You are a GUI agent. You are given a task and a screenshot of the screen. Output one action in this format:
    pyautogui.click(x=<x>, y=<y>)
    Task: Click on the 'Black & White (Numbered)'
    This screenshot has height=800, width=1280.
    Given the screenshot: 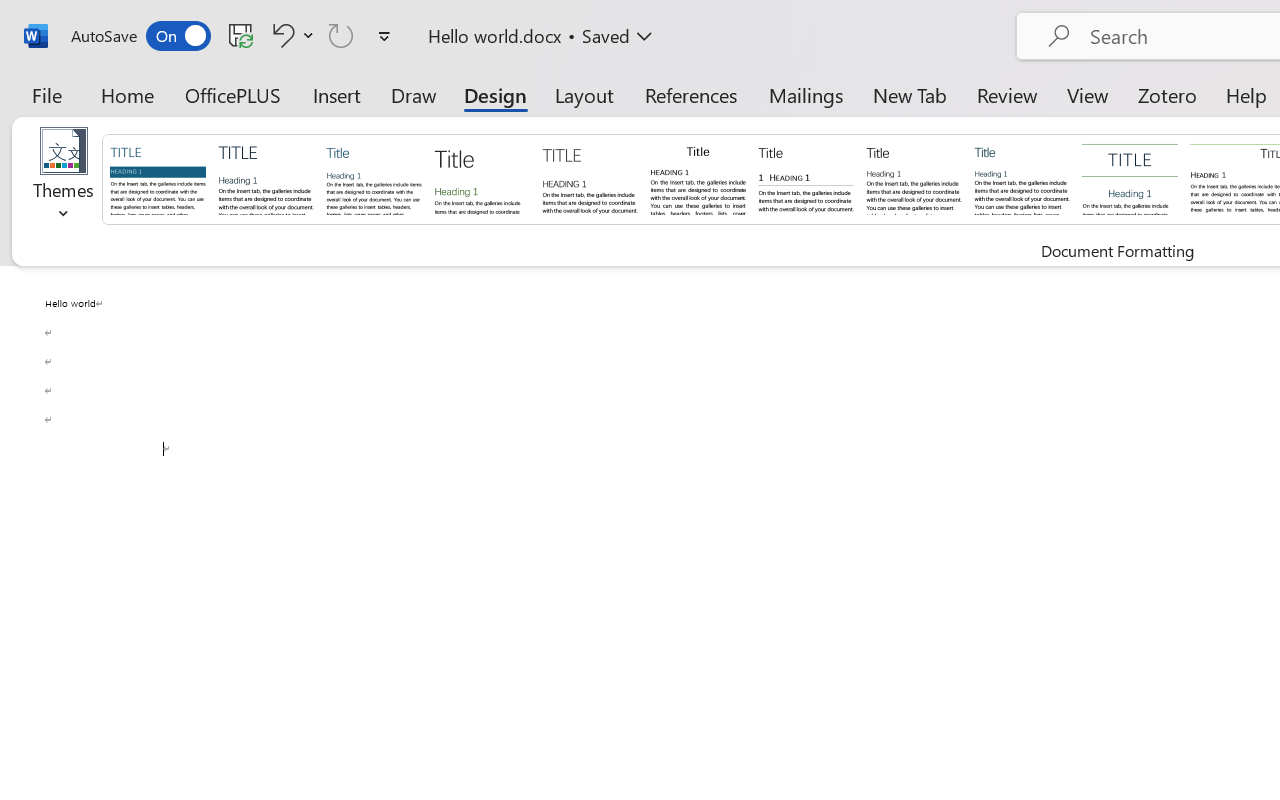 What is the action you would take?
    pyautogui.click(x=806, y=177)
    